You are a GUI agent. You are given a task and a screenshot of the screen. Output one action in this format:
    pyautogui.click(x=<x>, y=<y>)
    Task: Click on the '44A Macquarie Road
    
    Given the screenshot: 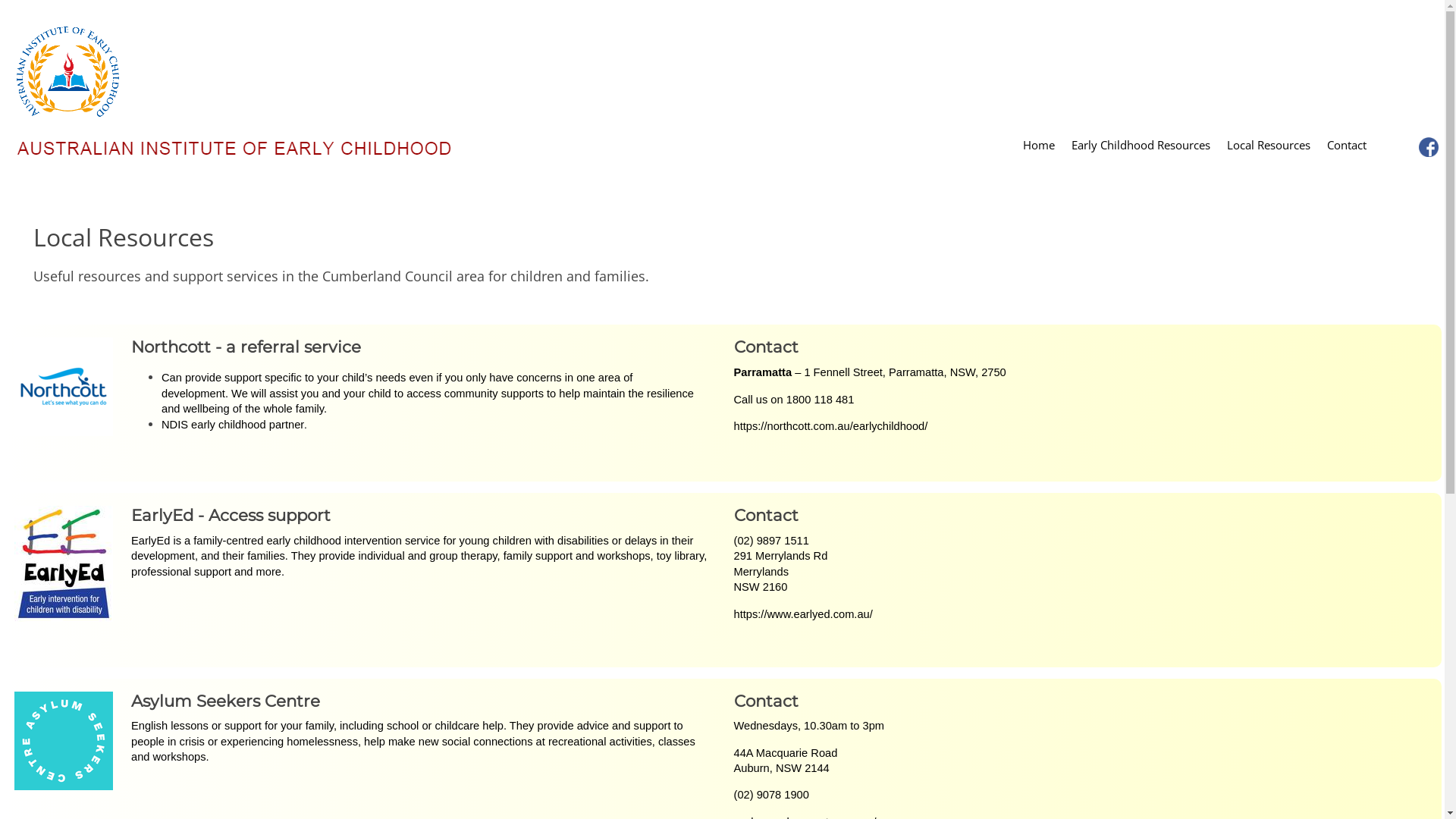 What is the action you would take?
    pyautogui.click(x=786, y=761)
    